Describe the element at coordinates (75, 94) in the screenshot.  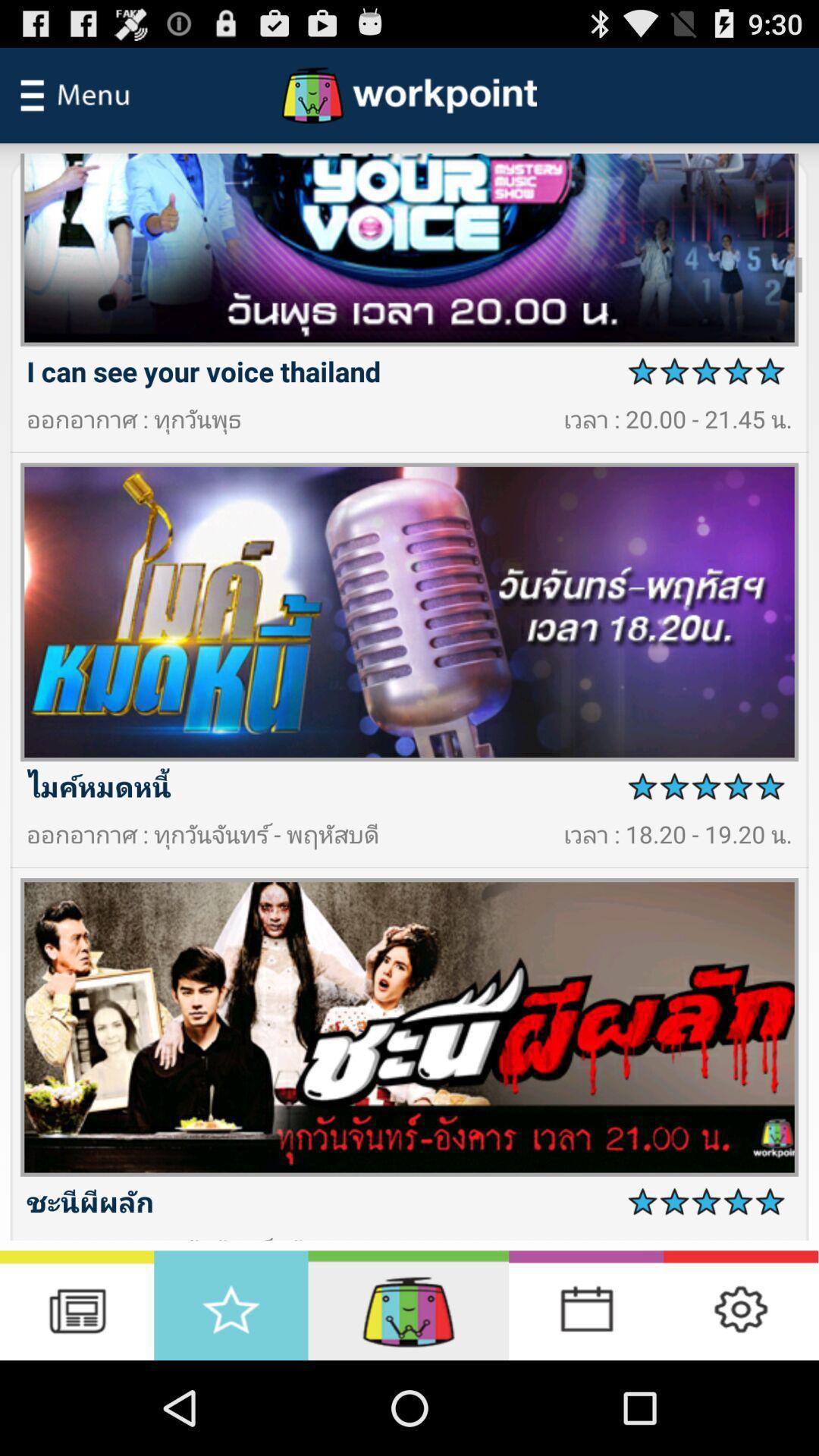
I see `menu` at that location.